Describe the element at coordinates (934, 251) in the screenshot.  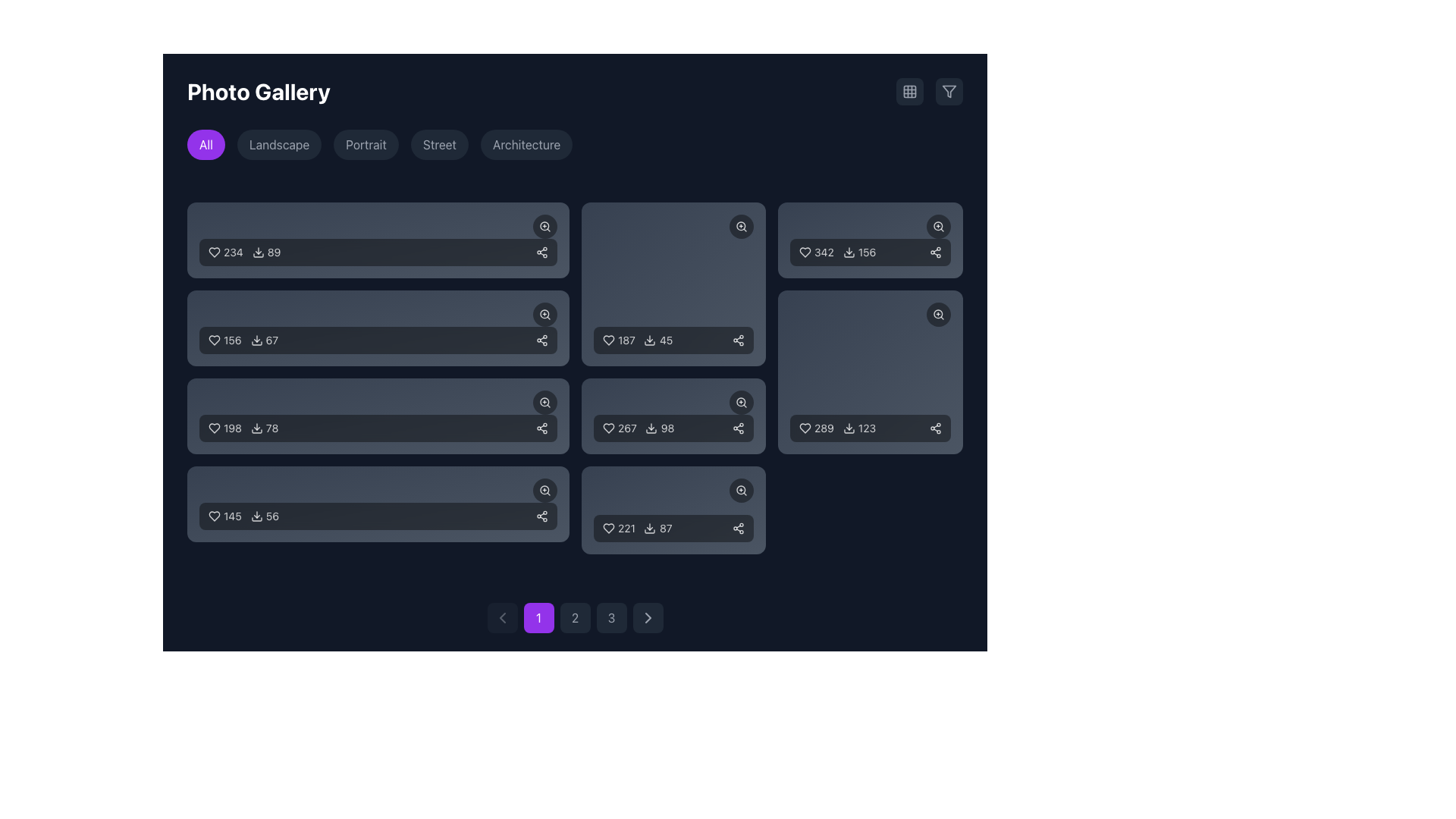
I see `the share icon button, which is represented by interconnected dots in a triangular pattern, located in the upper right section of the card displaying '342 156'` at that location.